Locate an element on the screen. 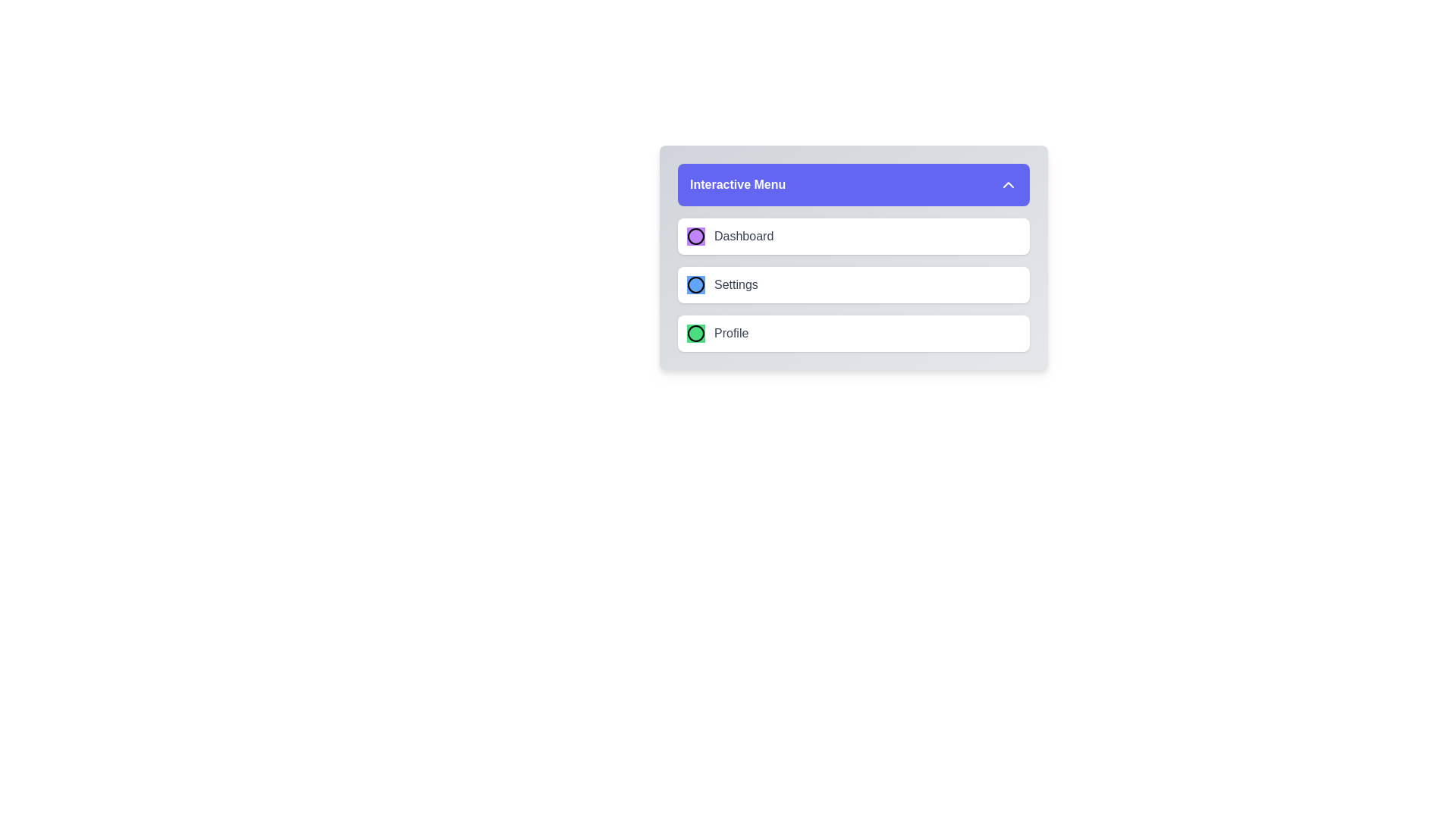 The width and height of the screenshot is (1456, 819). the menu item Dashboard from the EnhancedMenu is located at coordinates (854, 237).